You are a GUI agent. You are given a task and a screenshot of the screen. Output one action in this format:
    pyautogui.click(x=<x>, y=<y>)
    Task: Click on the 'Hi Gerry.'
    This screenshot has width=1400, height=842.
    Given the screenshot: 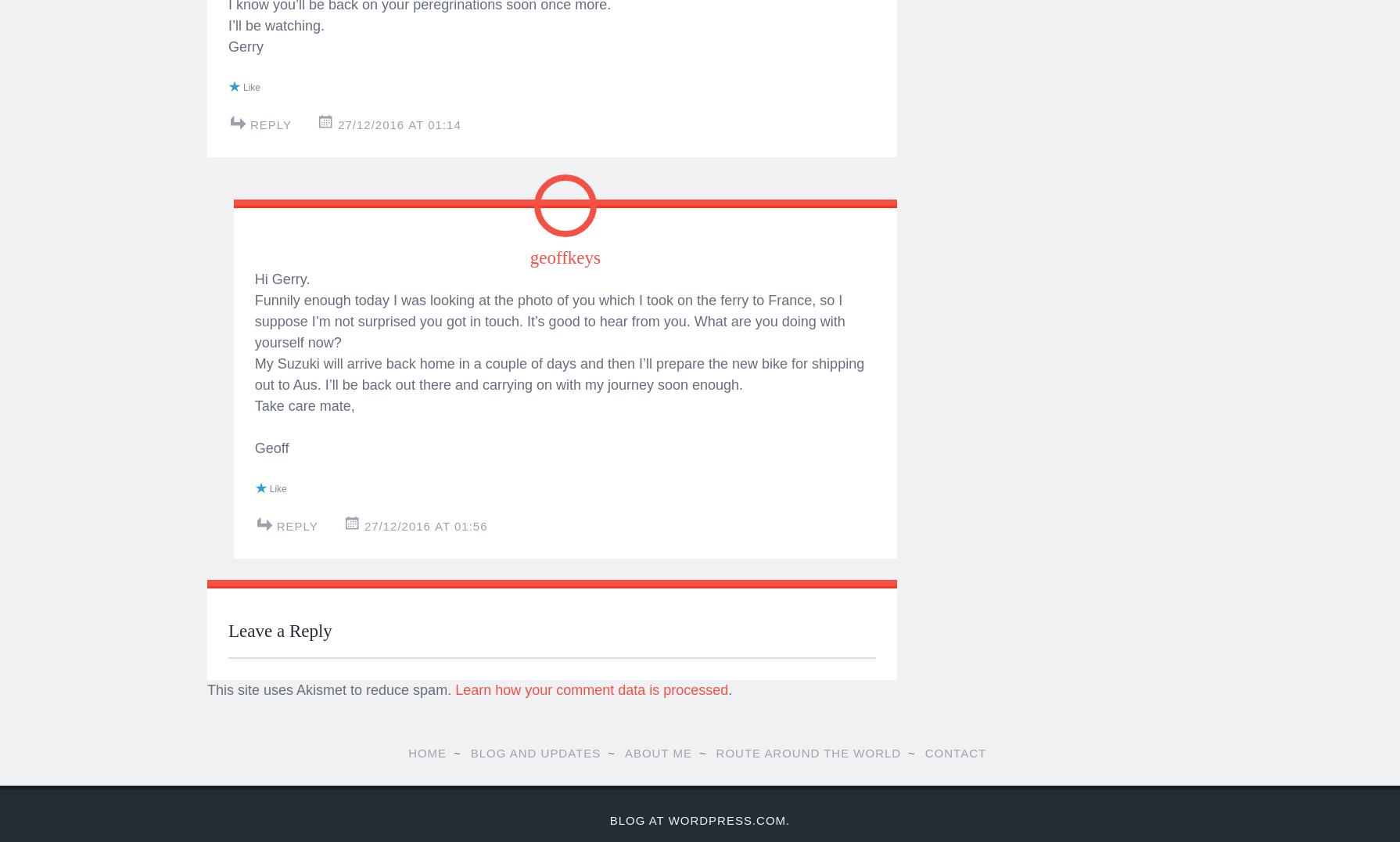 What is the action you would take?
    pyautogui.click(x=282, y=759)
    